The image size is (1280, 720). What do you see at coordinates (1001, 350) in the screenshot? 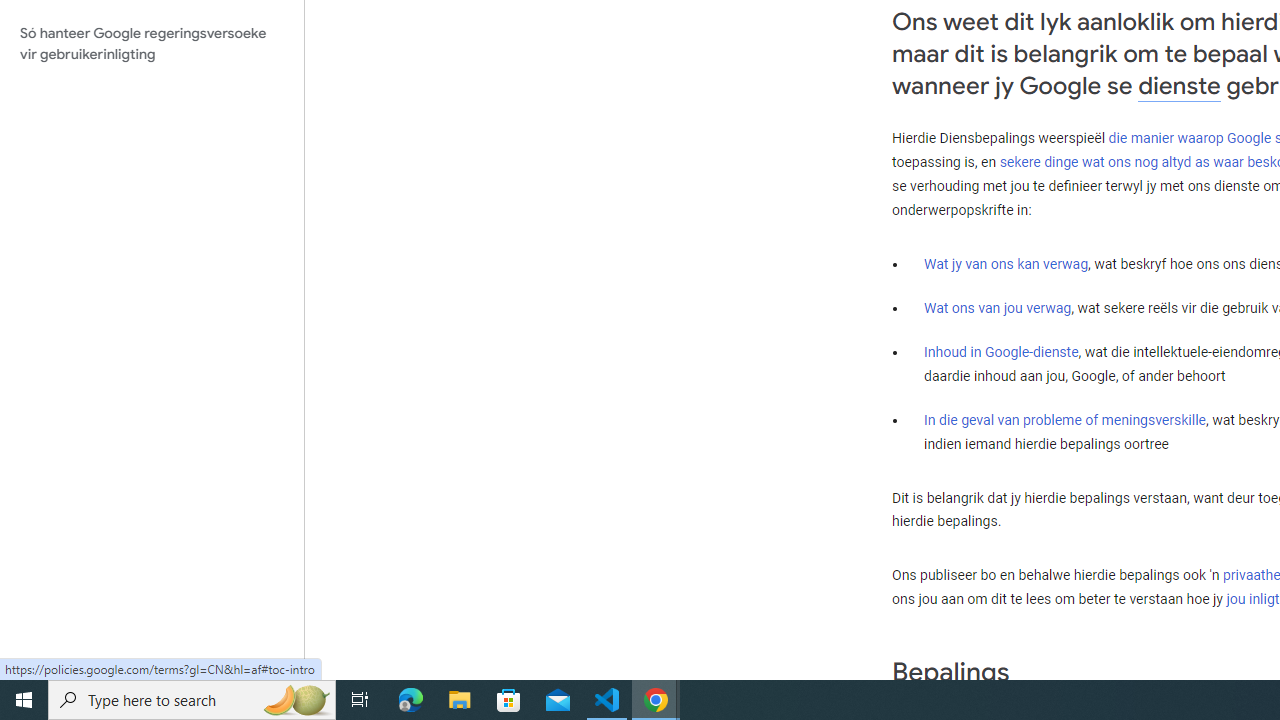
I see `'Inhoud in Google-dienste'` at bounding box center [1001, 350].